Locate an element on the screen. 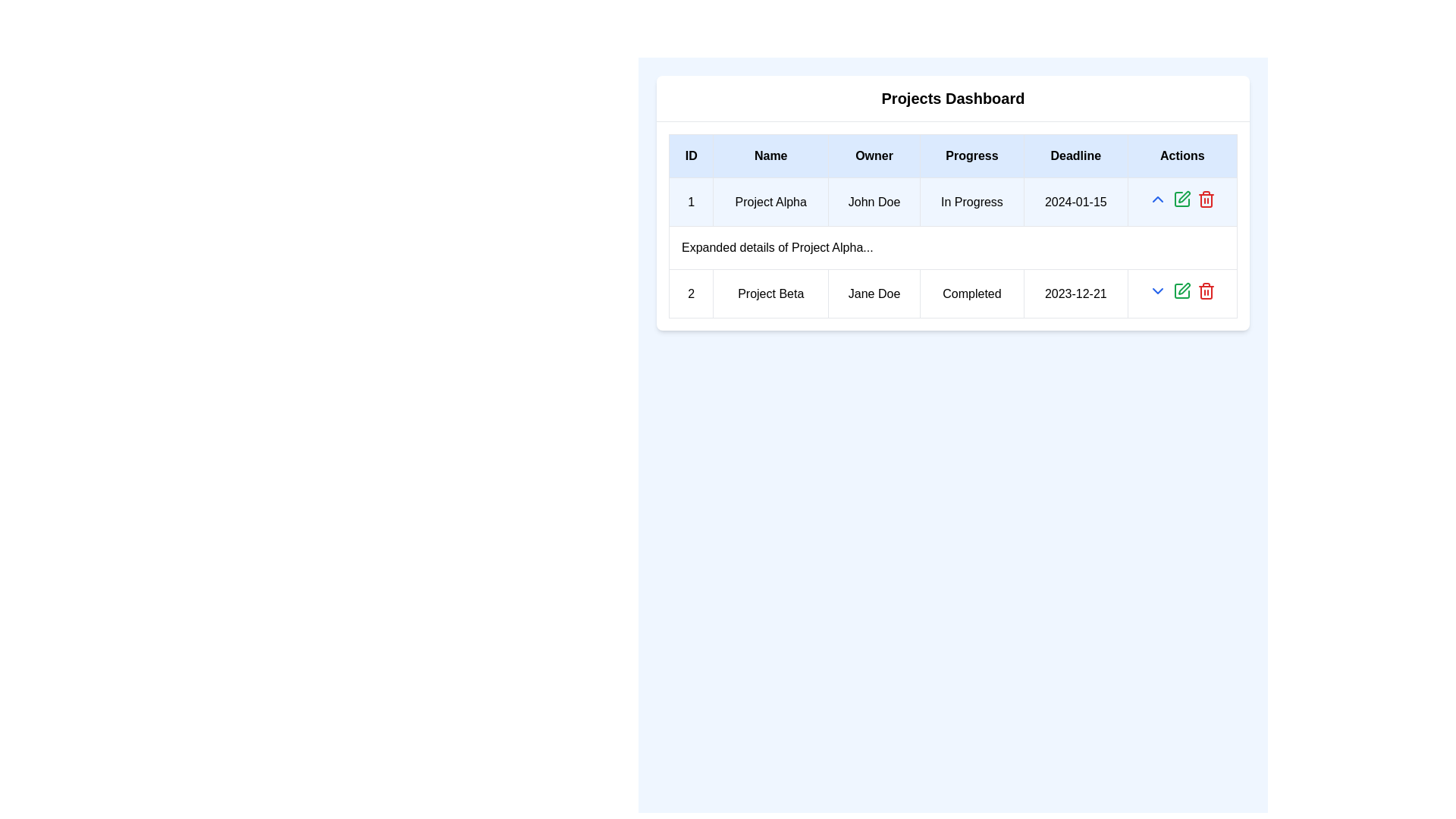 The width and height of the screenshot is (1456, 819). the central table displaying detailed information about projects and their statuses, located below the 'Projects Dashboard' title is located at coordinates (952, 225).